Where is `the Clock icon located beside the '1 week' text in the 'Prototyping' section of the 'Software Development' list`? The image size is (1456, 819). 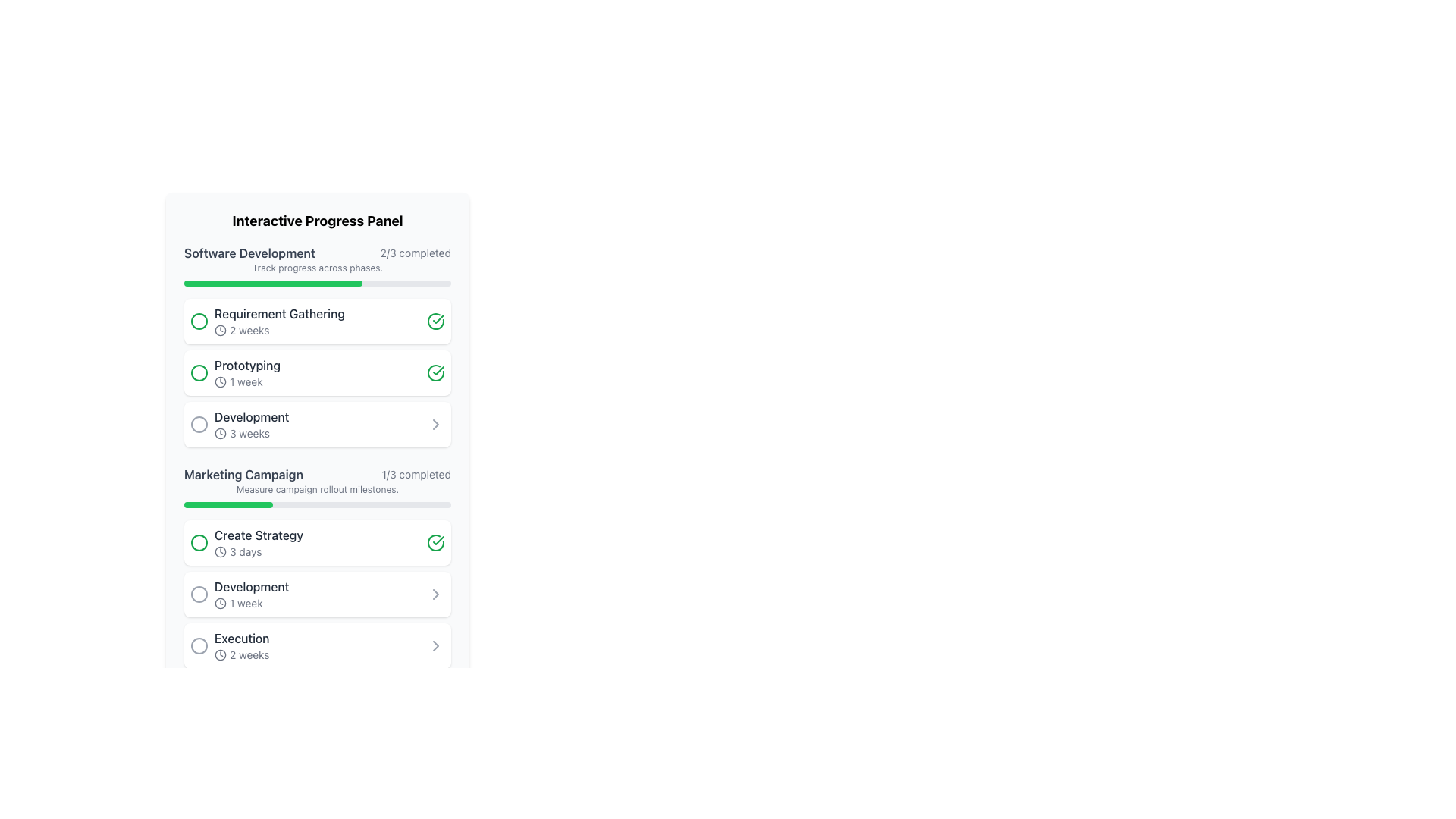 the Clock icon located beside the '1 week' text in the 'Prototyping' section of the 'Software Development' list is located at coordinates (220, 602).